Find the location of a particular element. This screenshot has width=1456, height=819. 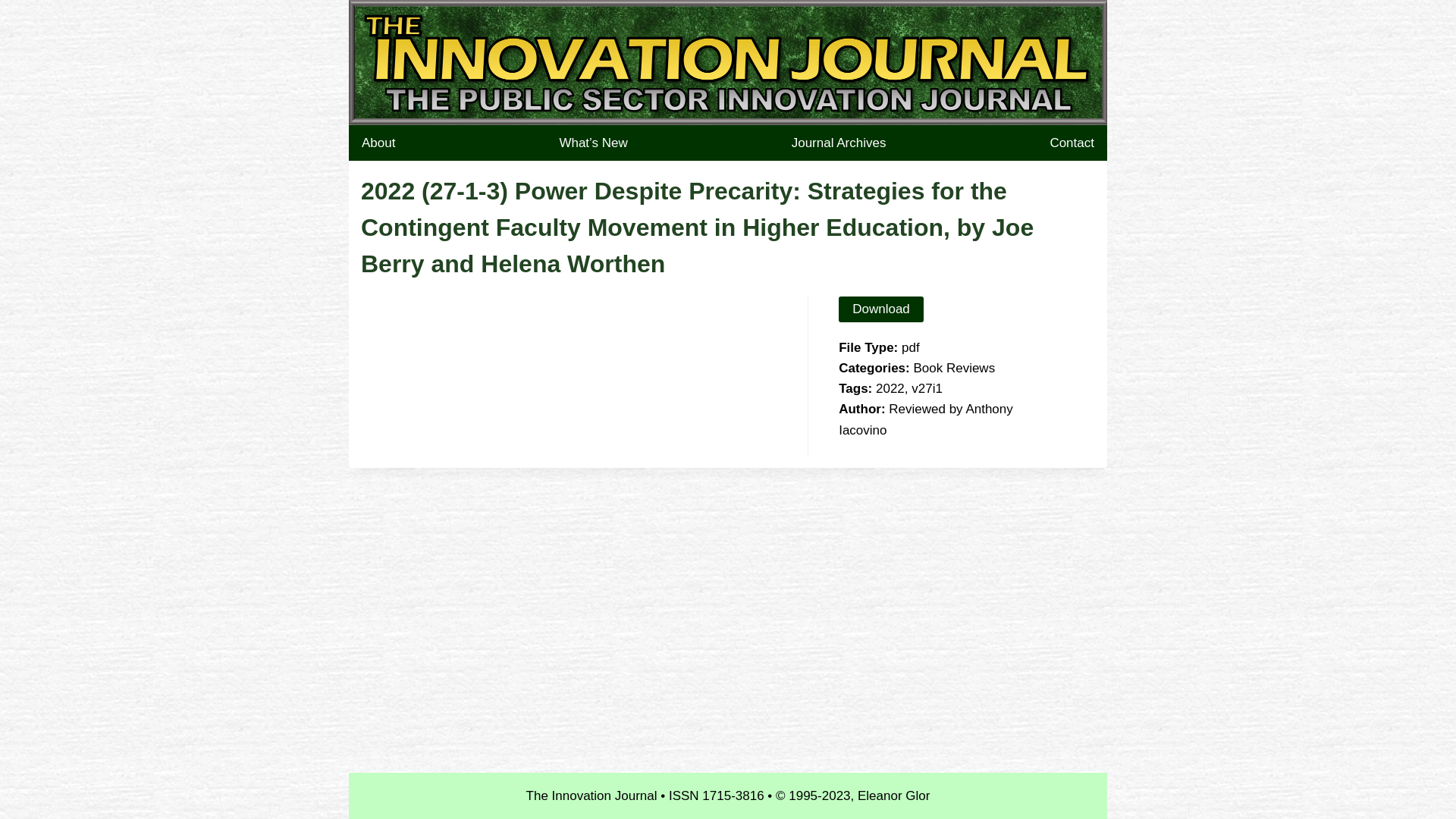

'Journal Archives' is located at coordinates (838, 143).